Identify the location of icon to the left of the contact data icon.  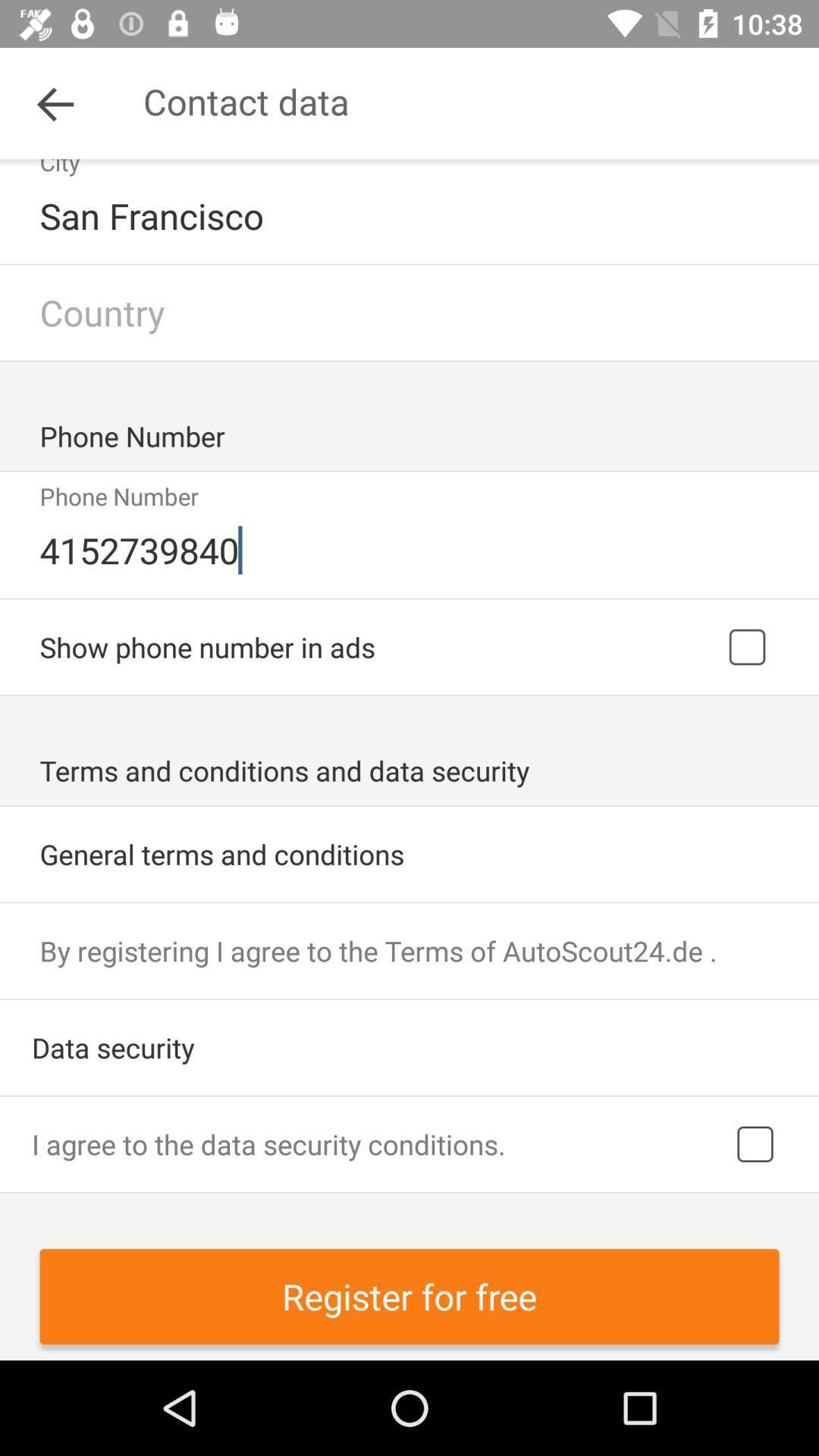
(55, 102).